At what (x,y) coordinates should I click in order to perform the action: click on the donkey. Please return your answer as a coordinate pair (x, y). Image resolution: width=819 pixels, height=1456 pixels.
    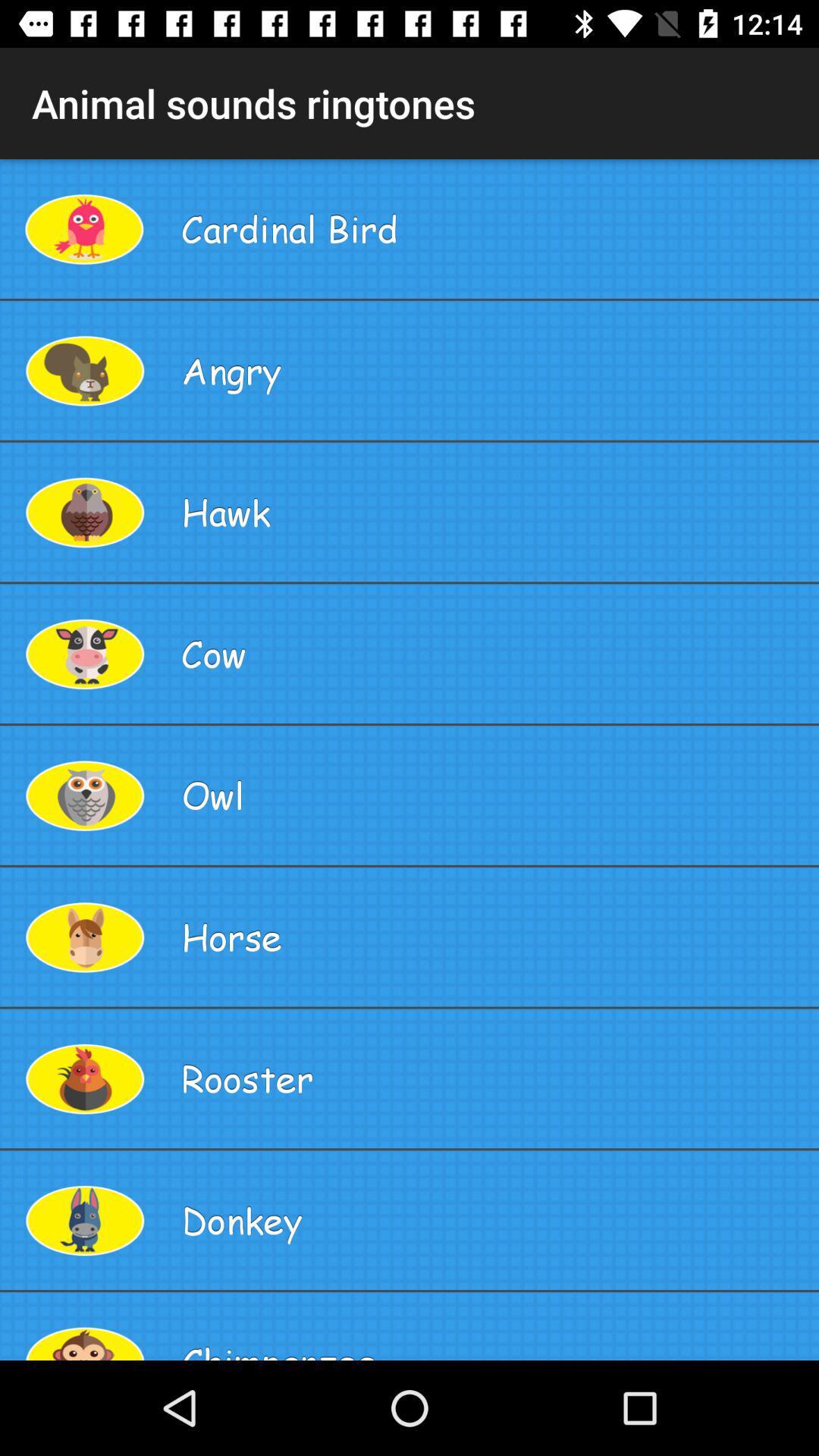
    Looking at the image, I should click on (494, 1220).